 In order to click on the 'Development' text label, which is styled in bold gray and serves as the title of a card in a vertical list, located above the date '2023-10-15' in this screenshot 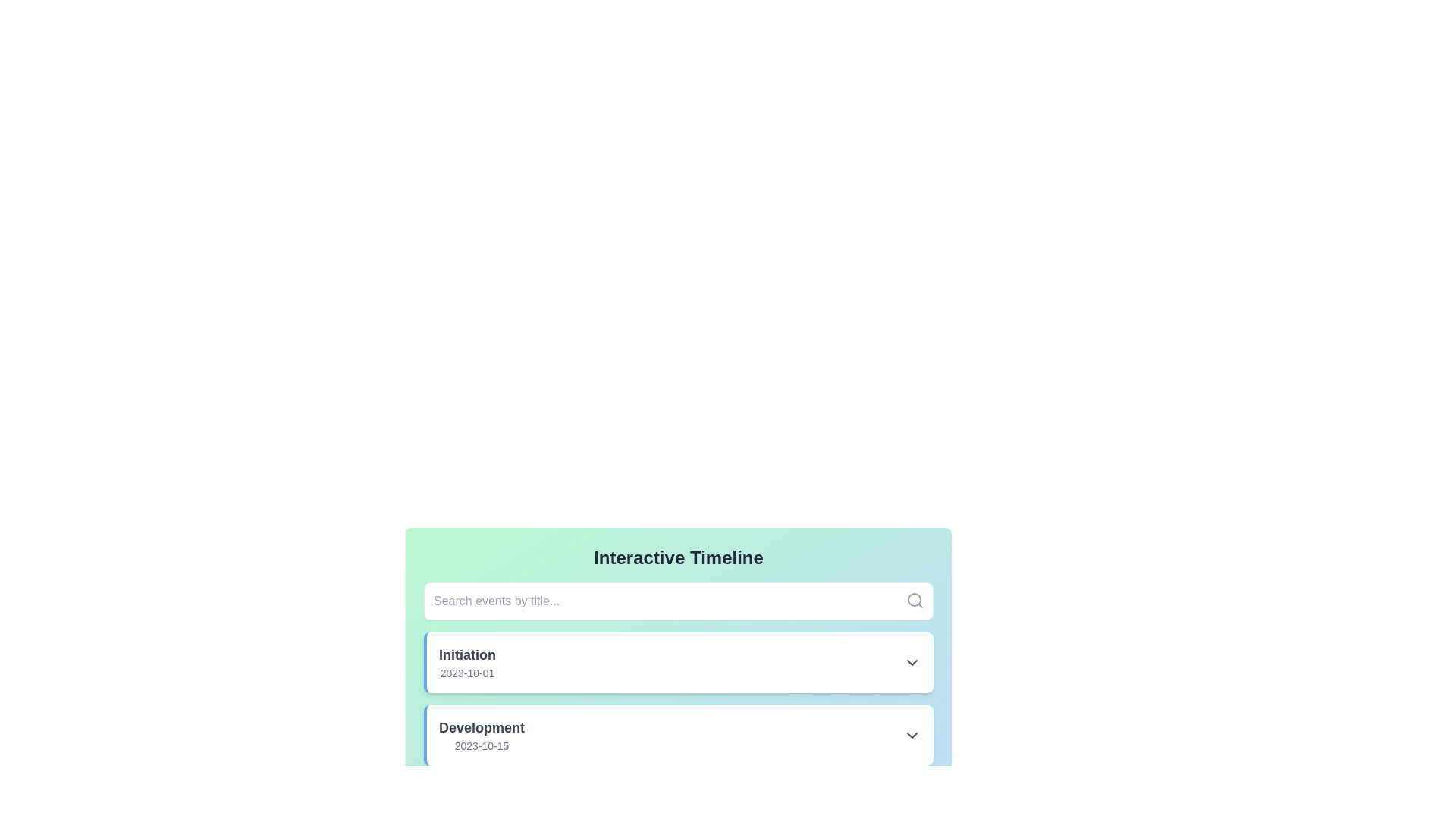, I will do `click(481, 727)`.